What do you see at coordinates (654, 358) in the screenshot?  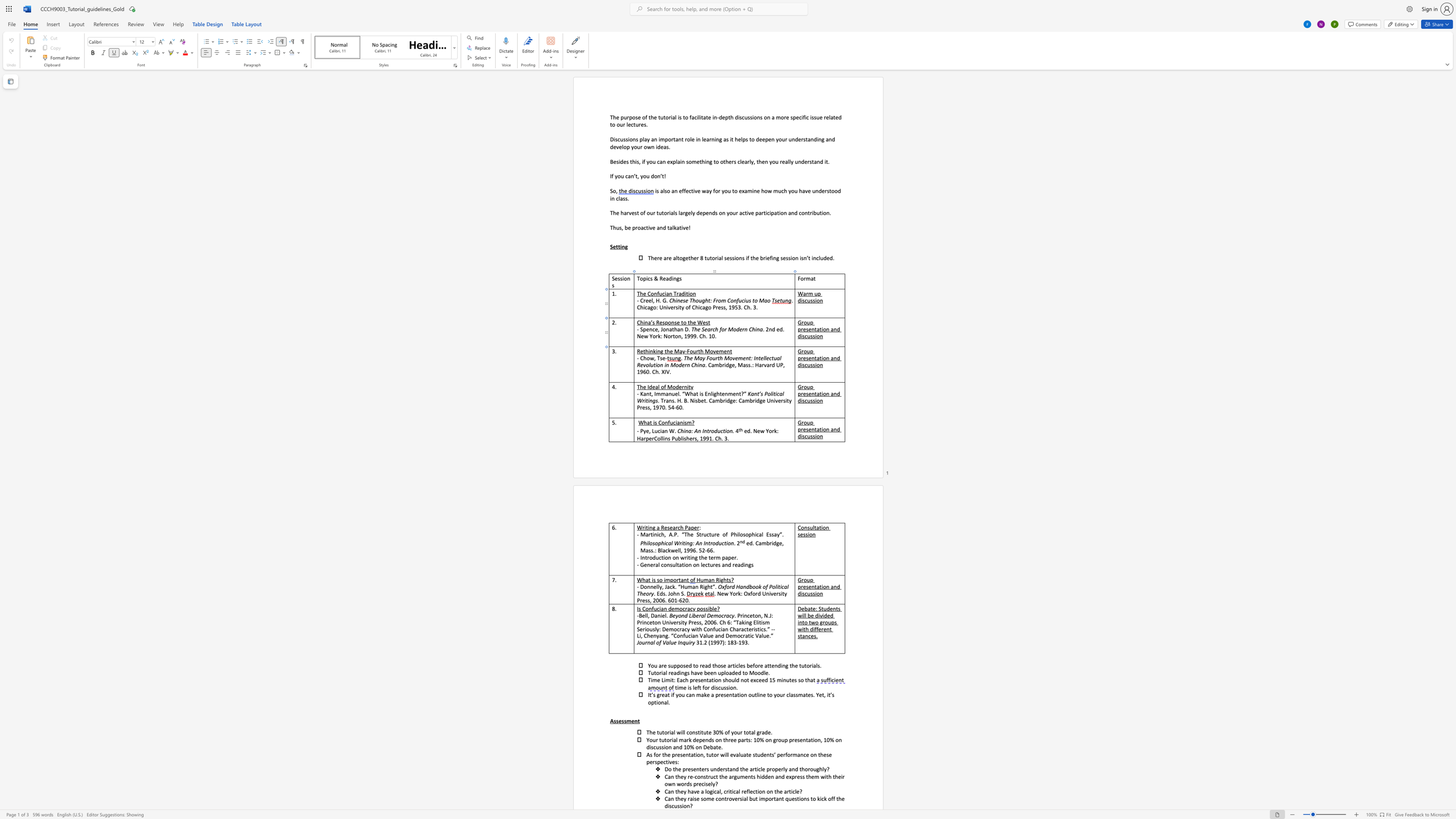 I see `the 1th character "," in the text` at bounding box center [654, 358].